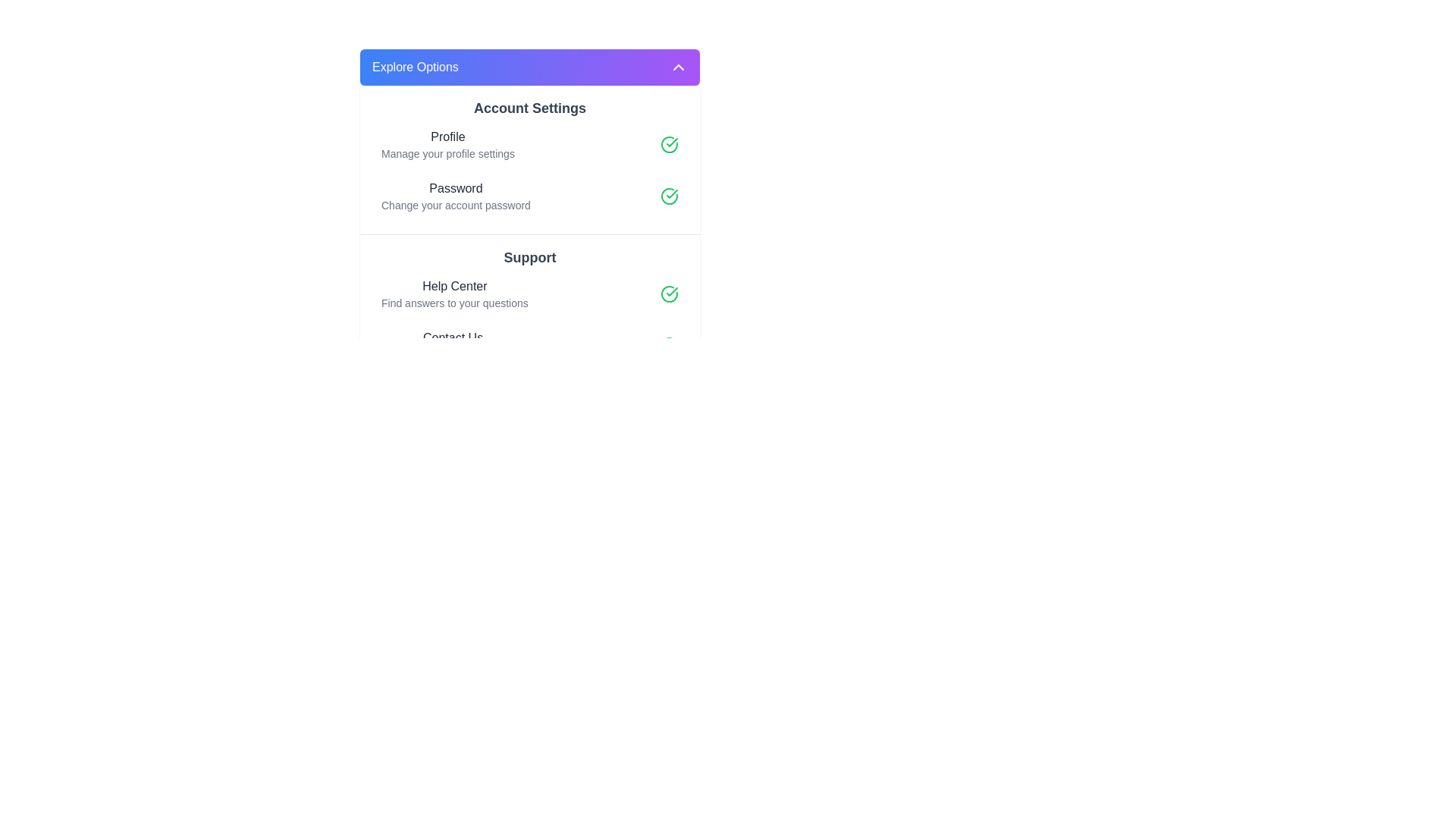 Image resolution: width=1456 pixels, height=819 pixels. Describe the element at coordinates (453, 287) in the screenshot. I see `the static text label titled 'Support', which serves as a heading for help-related resources and is positioned above the description text 'Find answers to your questions'` at that location.